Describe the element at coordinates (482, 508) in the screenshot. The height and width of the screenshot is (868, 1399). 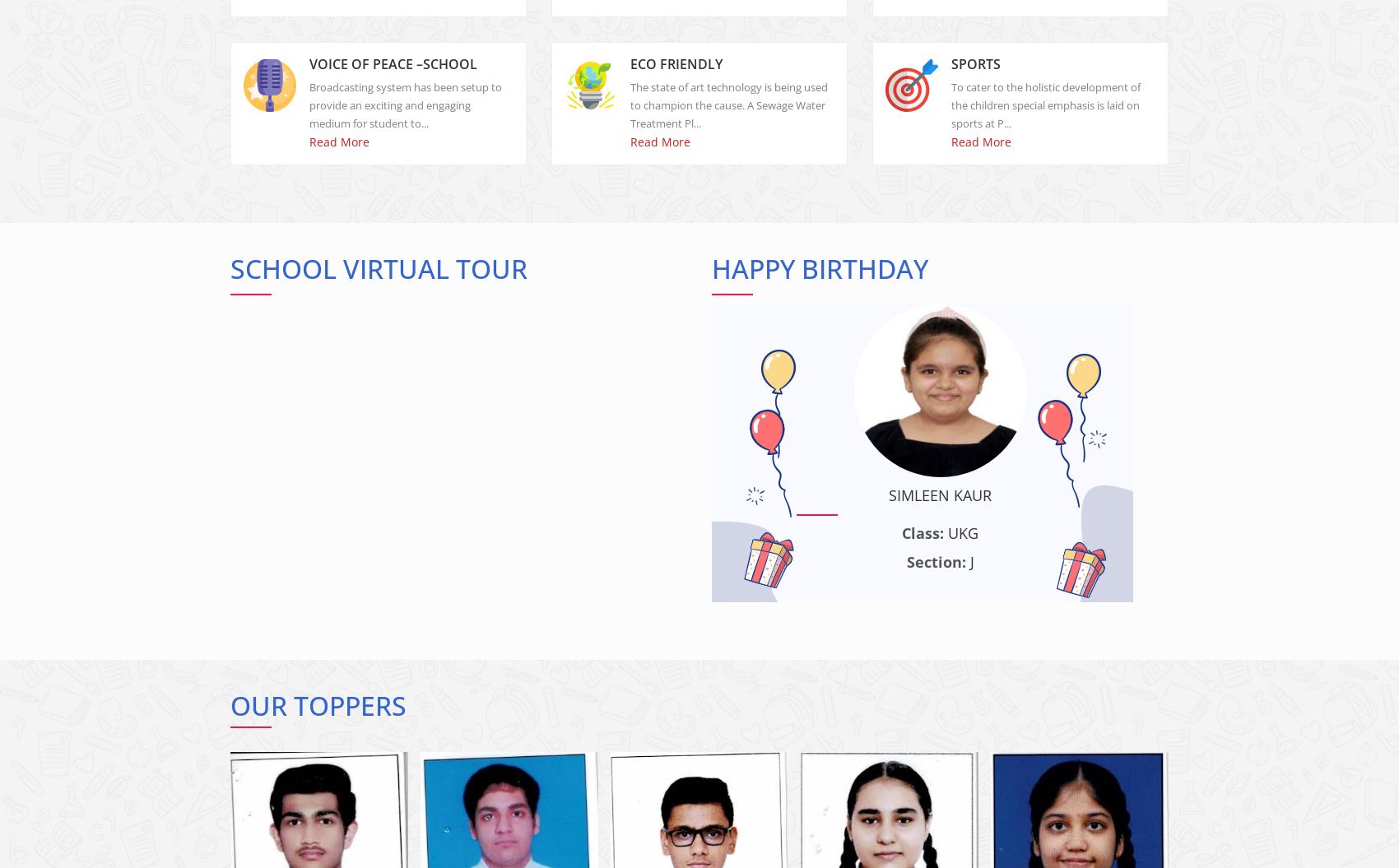
I see `'BALREET KAUR'` at that location.